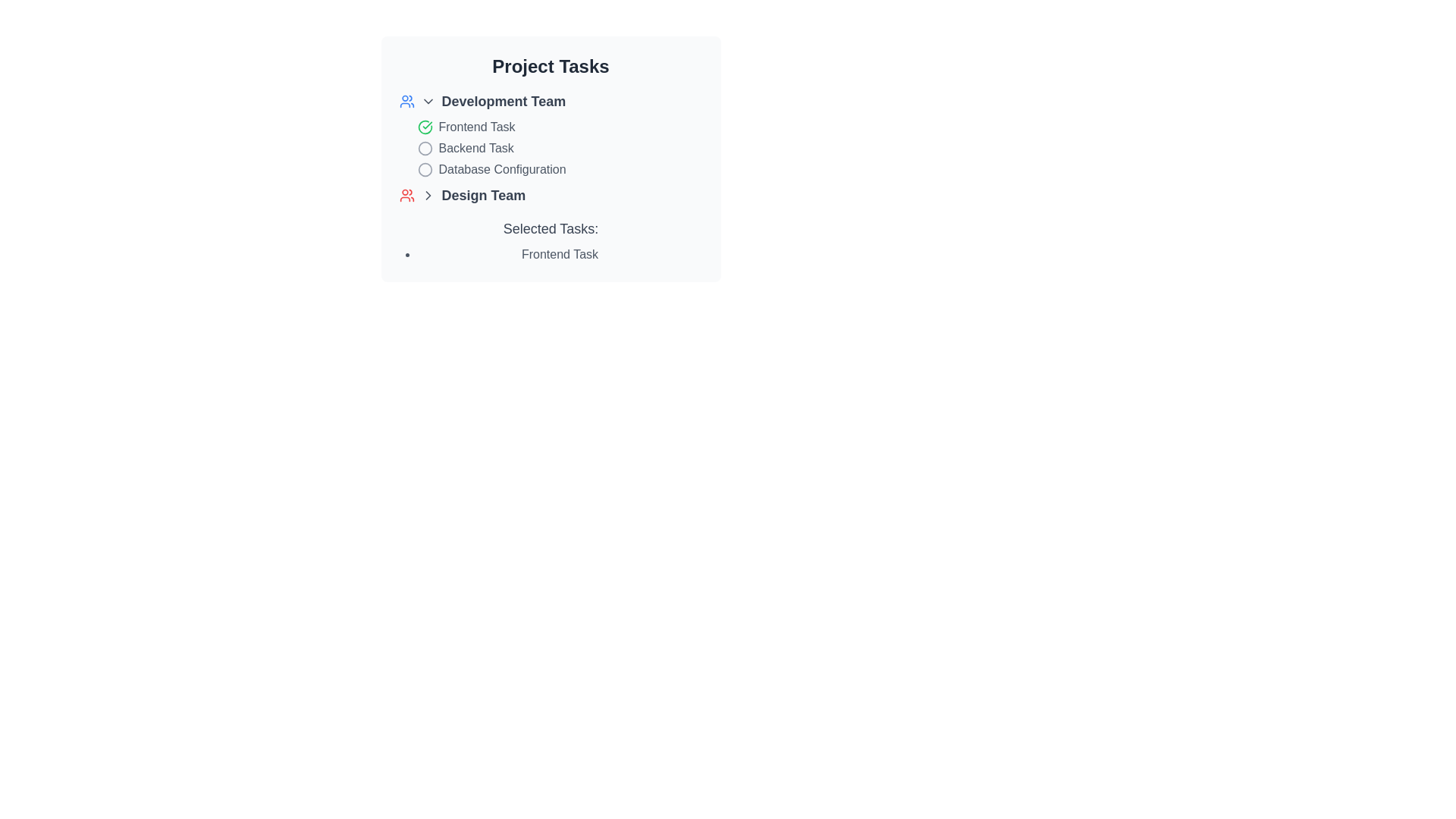 Image resolution: width=1456 pixels, height=819 pixels. What do you see at coordinates (550, 228) in the screenshot?
I see `the 'Selected Tasks:' label, which is styled in a medium-sized, gray-colored font and serves as a heading for the 'Design Team' section under 'Project Tasks'` at bounding box center [550, 228].